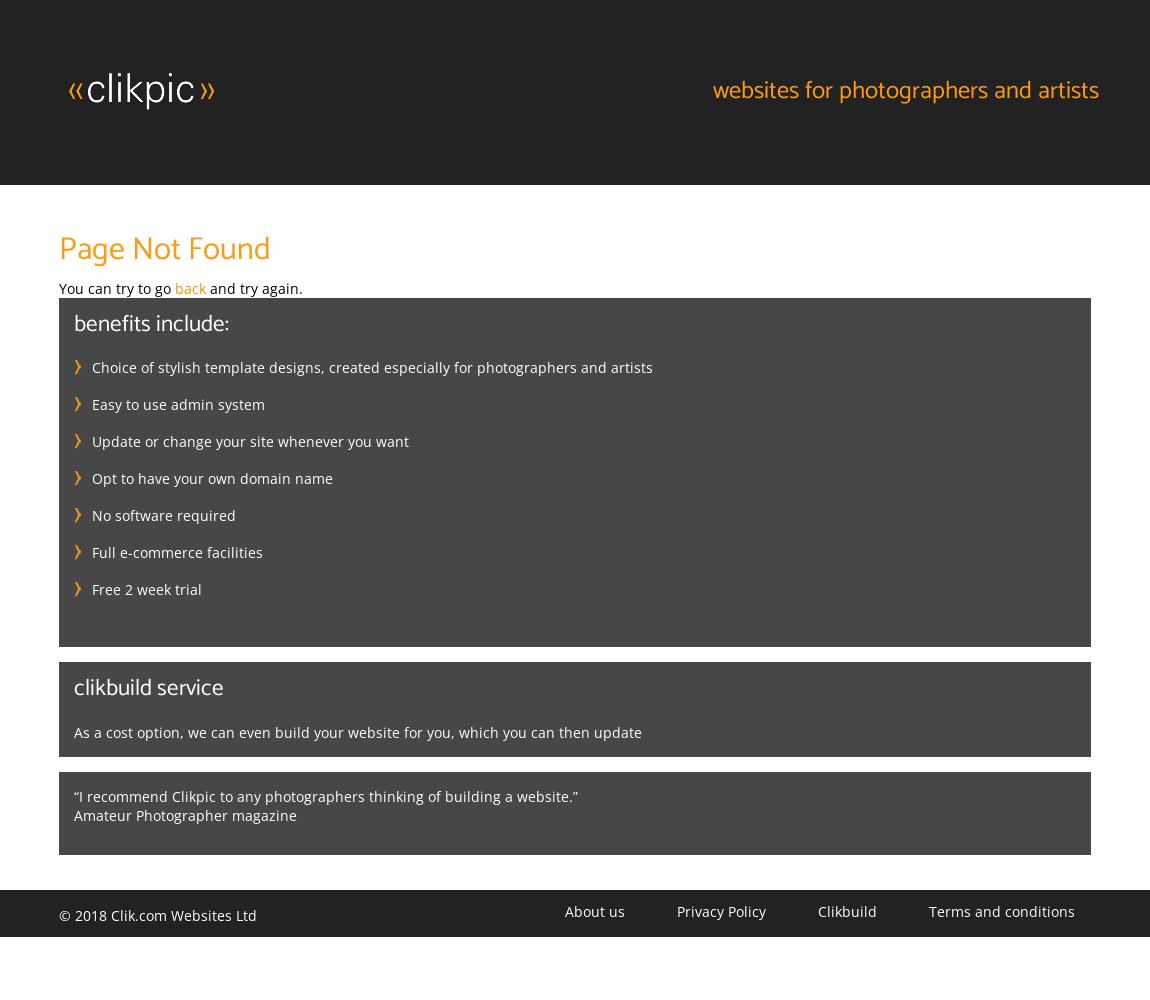 This screenshot has width=1150, height=1000. Describe the element at coordinates (176, 551) in the screenshot. I see `'Full e-commerce facilities'` at that location.